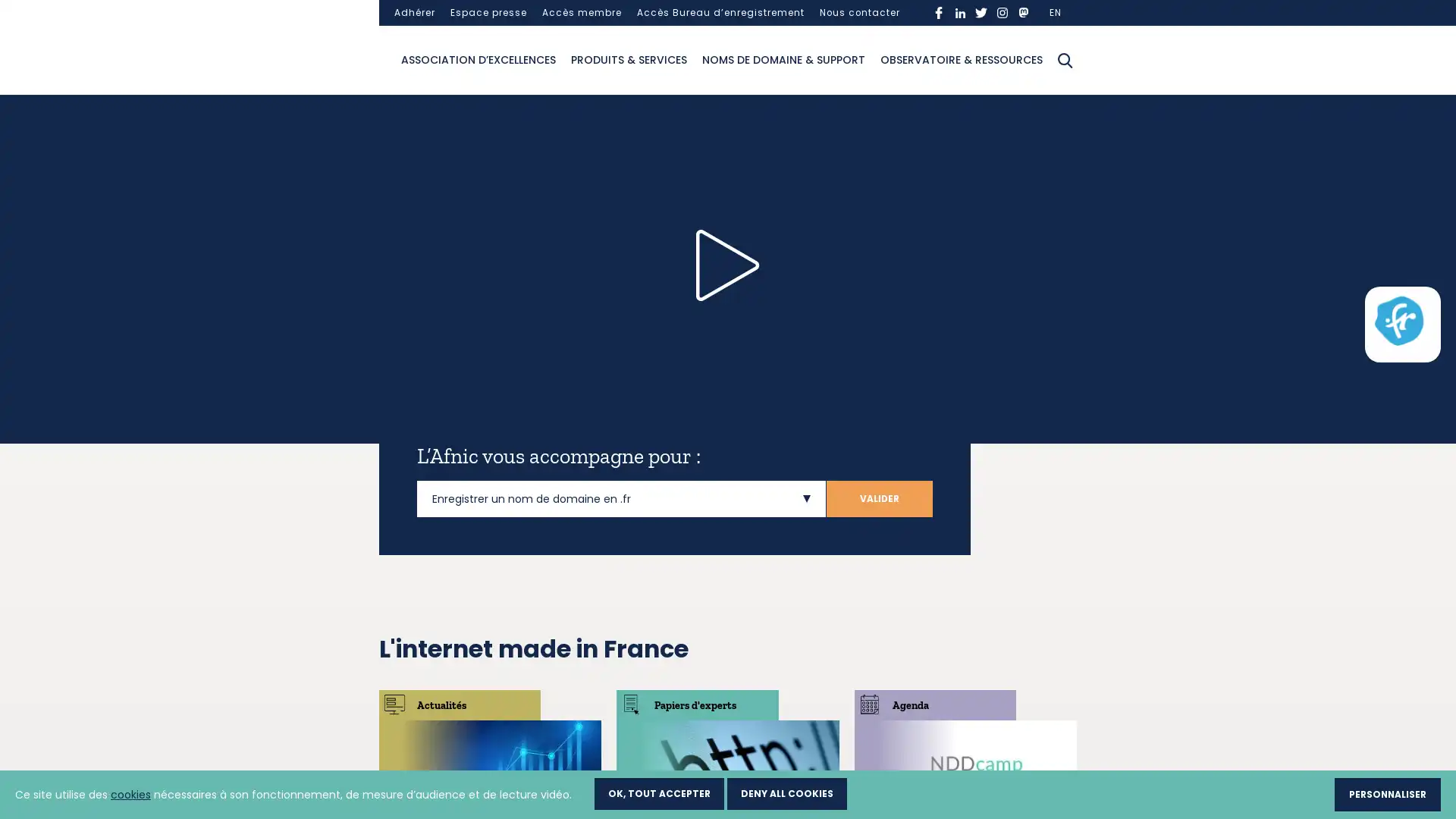 Image resolution: width=1456 pixels, height=819 pixels. What do you see at coordinates (1065, 58) in the screenshot?
I see `Ouvrir la recherche` at bounding box center [1065, 58].